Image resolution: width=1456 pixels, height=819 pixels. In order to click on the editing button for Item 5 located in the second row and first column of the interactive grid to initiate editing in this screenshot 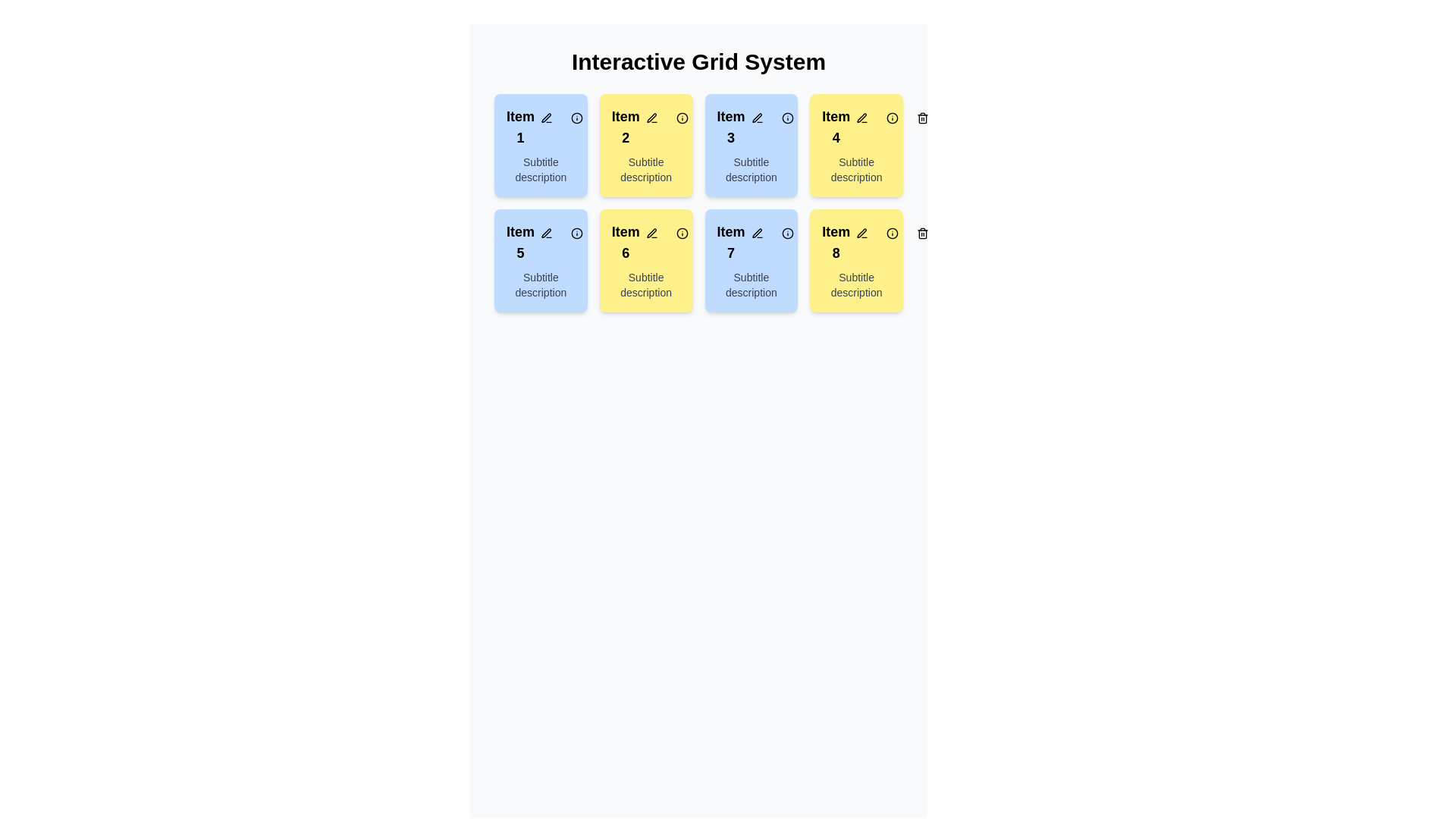, I will do `click(546, 234)`.